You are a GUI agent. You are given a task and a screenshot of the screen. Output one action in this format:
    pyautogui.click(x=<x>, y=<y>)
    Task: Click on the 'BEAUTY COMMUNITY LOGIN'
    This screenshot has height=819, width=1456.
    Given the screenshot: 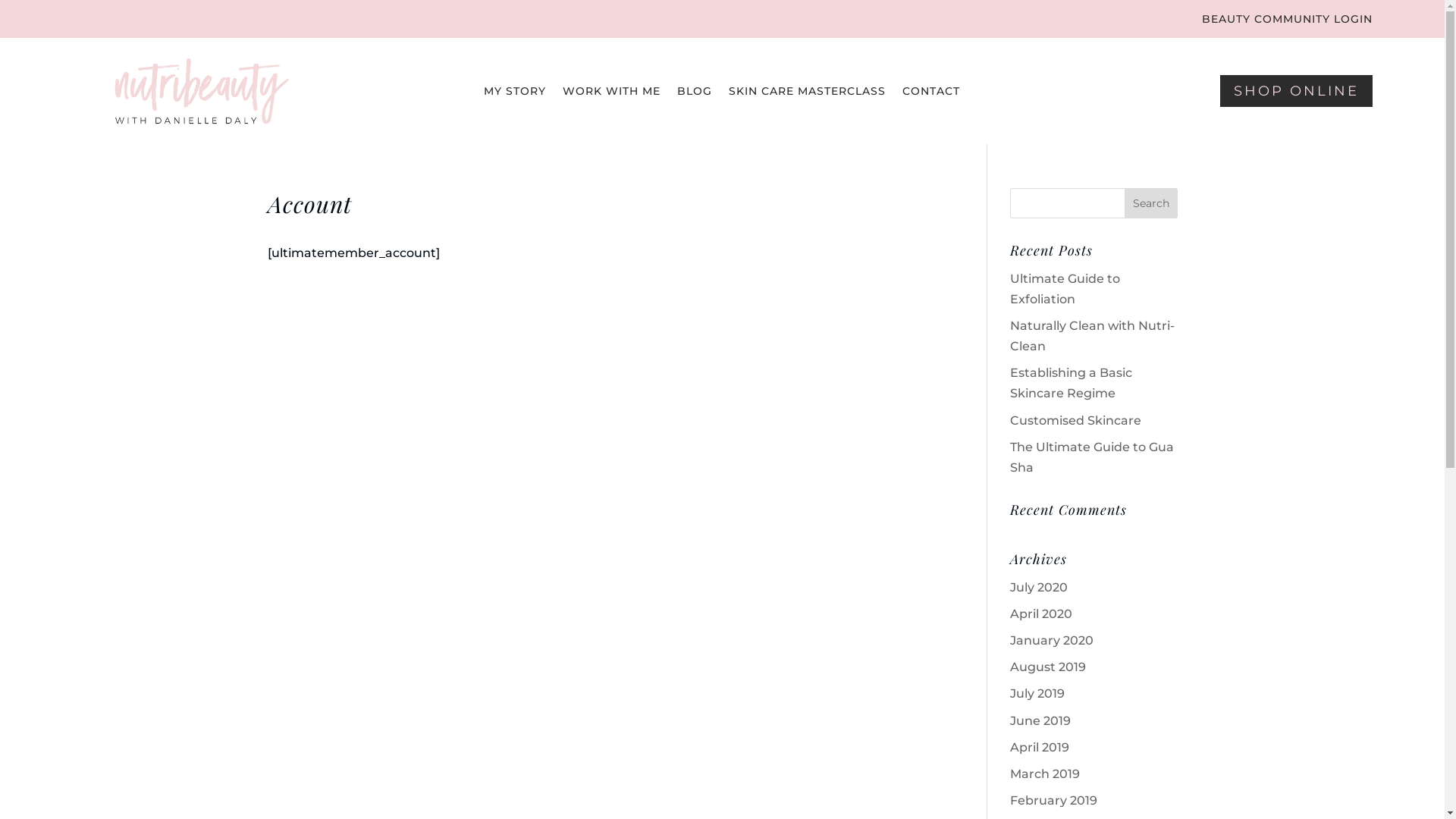 What is the action you would take?
    pyautogui.click(x=1200, y=22)
    